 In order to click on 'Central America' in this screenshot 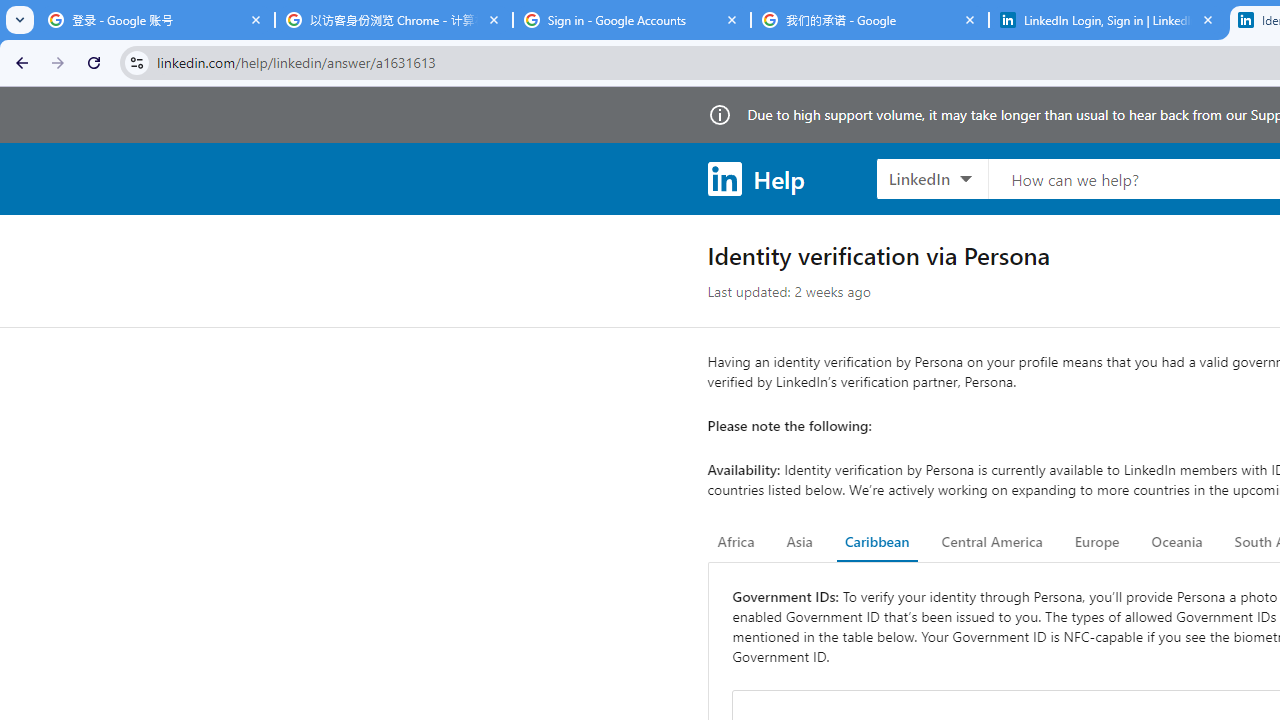, I will do `click(992, 542)`.